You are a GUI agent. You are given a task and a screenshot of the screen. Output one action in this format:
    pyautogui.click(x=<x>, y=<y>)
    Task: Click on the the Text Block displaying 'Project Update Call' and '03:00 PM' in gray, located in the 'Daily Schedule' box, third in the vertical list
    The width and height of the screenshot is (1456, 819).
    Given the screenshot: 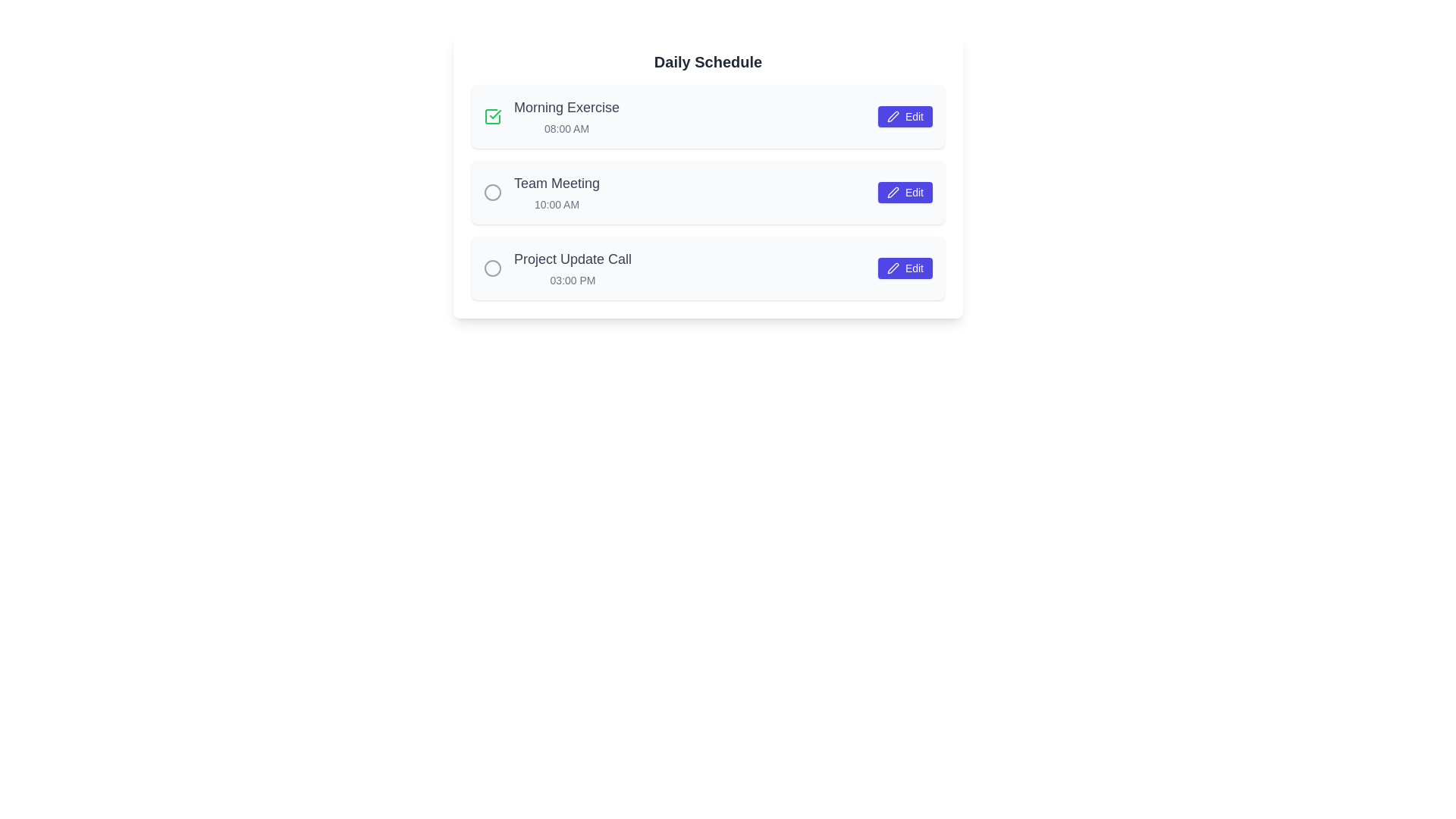 What is the action you would take?
    pyautogui.click(x=572, y=268)
    